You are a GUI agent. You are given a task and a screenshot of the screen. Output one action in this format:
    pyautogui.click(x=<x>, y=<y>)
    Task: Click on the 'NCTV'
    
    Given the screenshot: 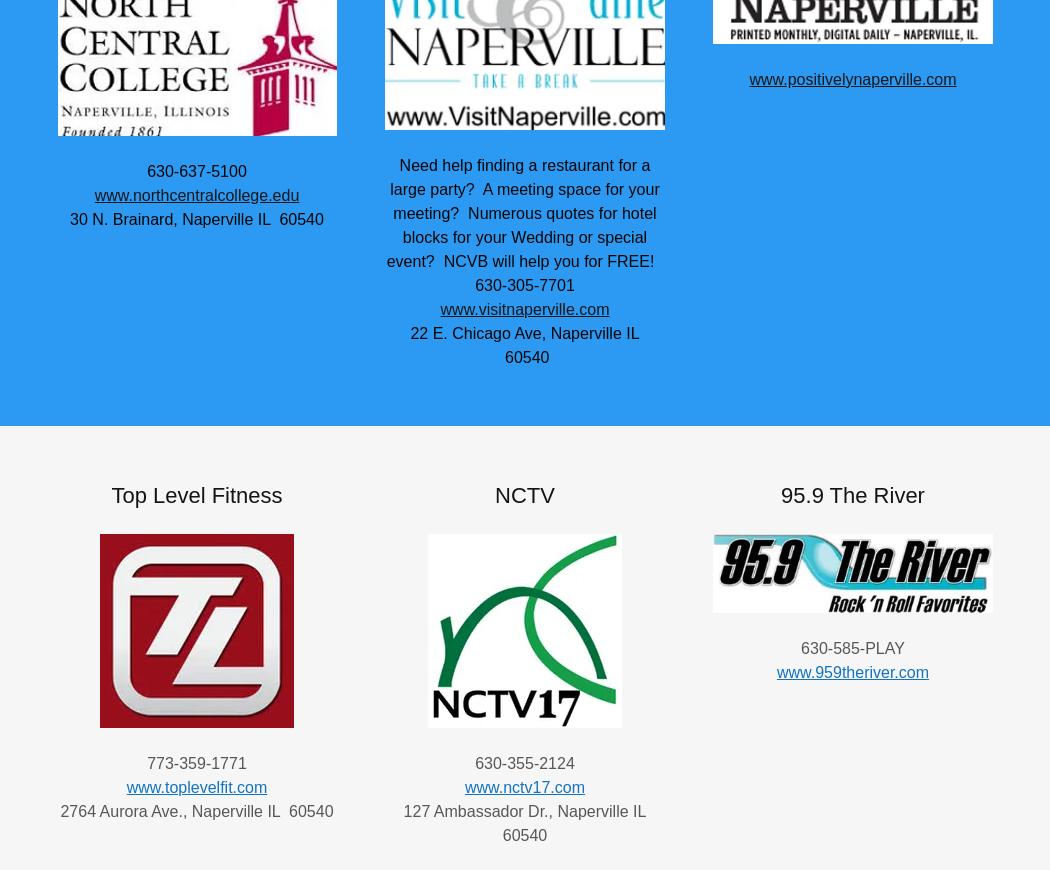 What is the action you would take?
    pyautogui.click(x=523, y=494)
    